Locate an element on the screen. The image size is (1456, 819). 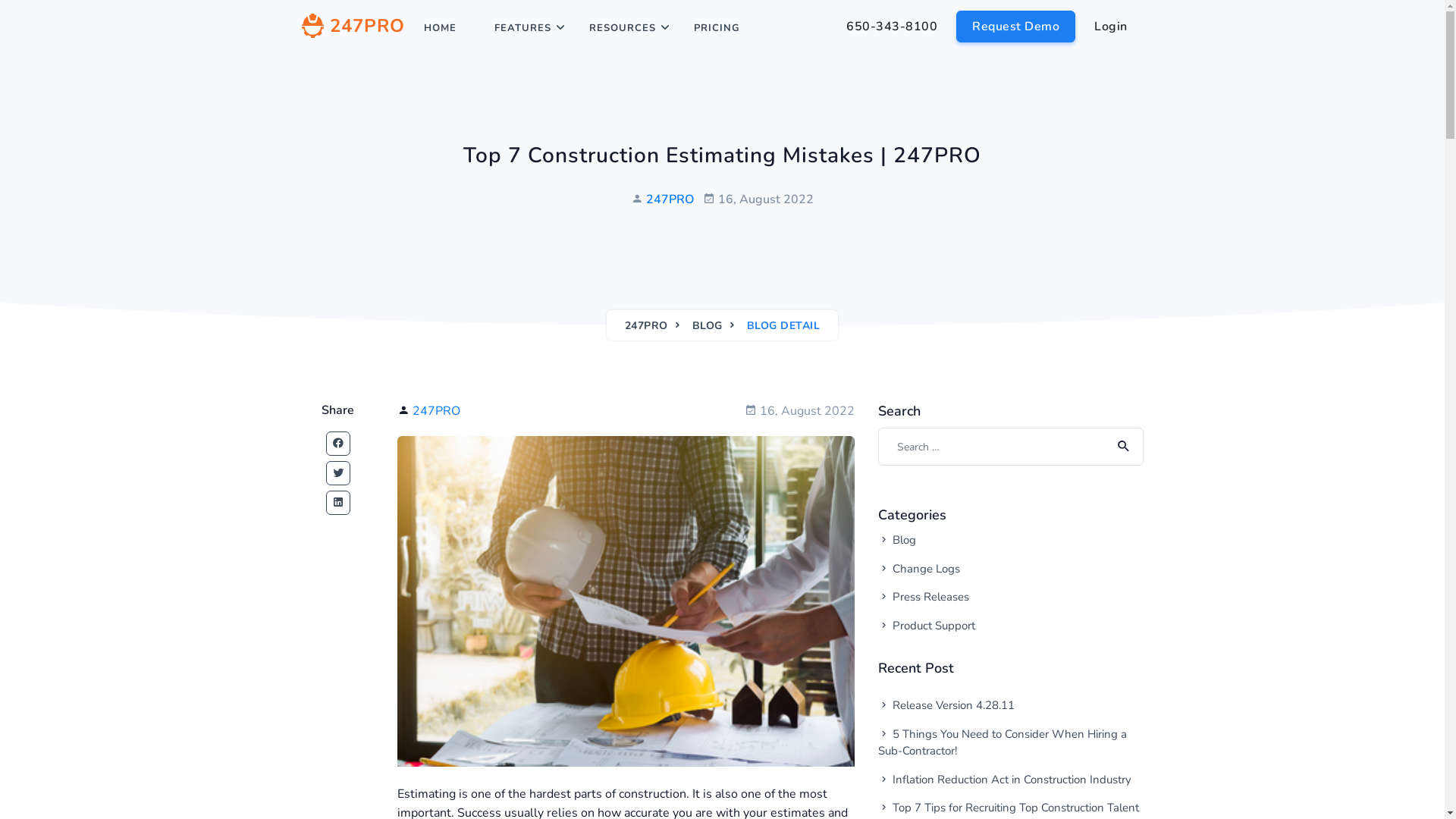
'Search' is located at coordinates (1121, 446).